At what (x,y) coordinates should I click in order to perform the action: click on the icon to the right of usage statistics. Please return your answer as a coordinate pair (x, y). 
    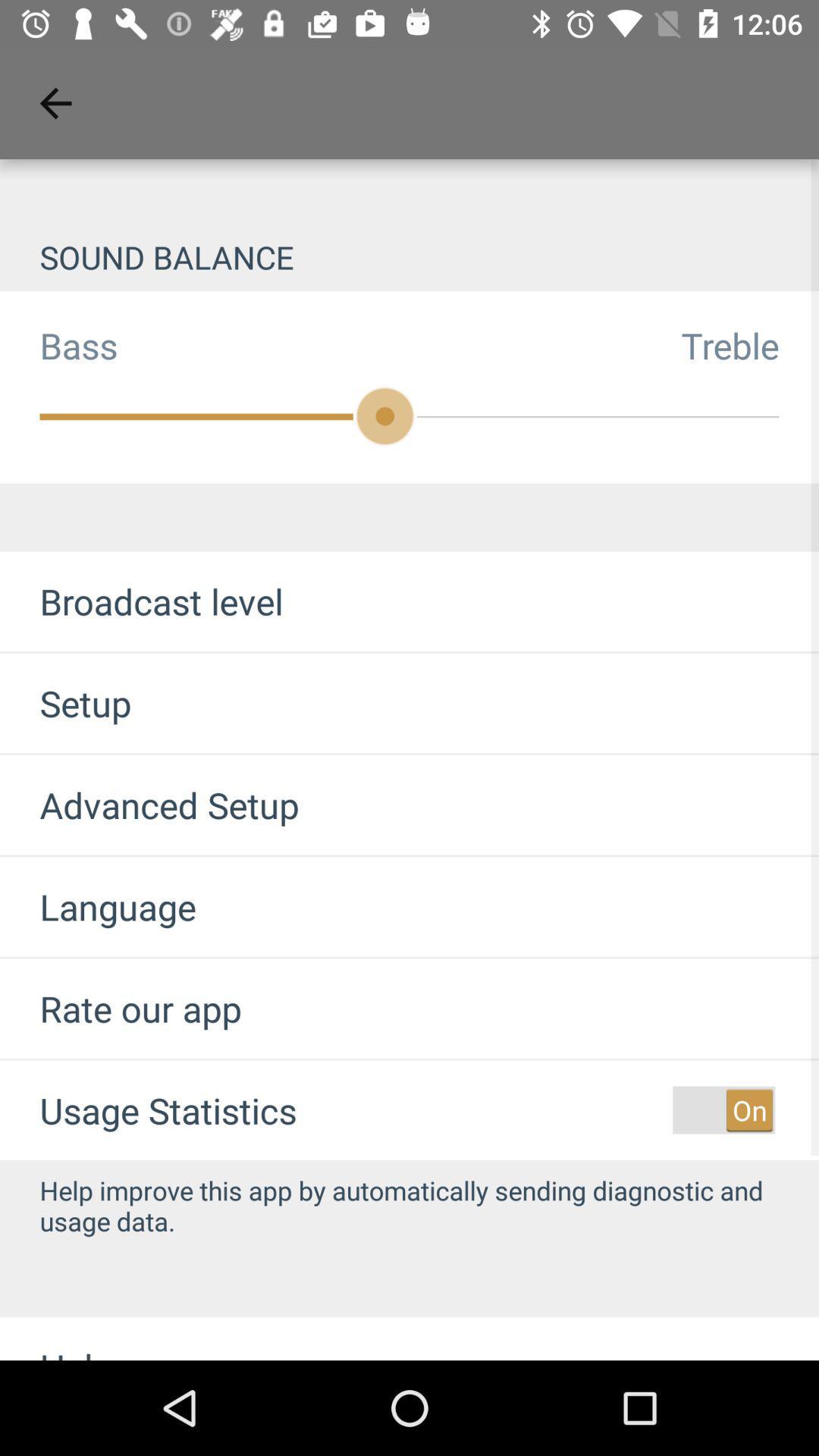
    Looking at the image, I should click on (723, 1110).